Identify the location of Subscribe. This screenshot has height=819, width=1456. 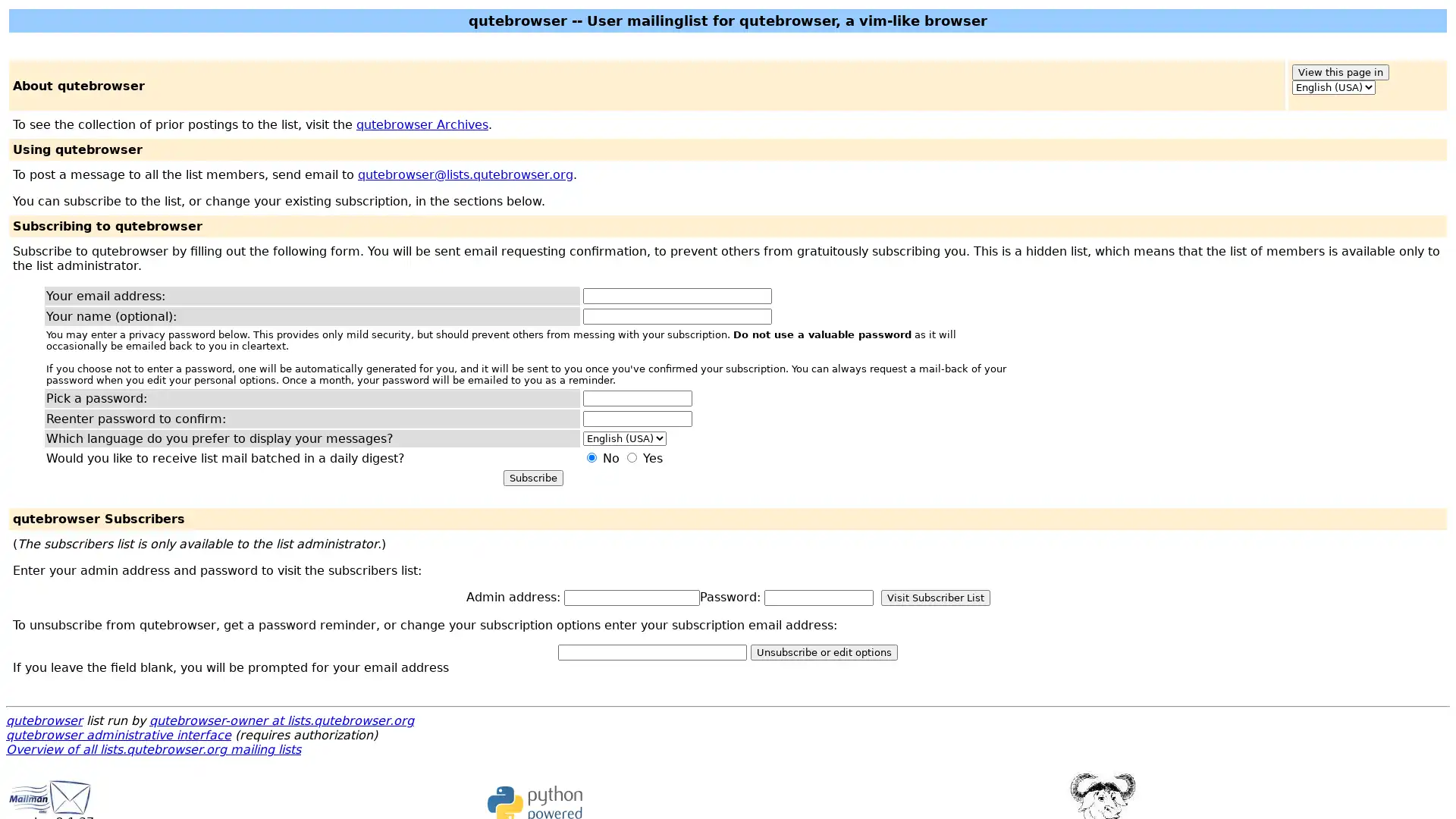
(532, 478).